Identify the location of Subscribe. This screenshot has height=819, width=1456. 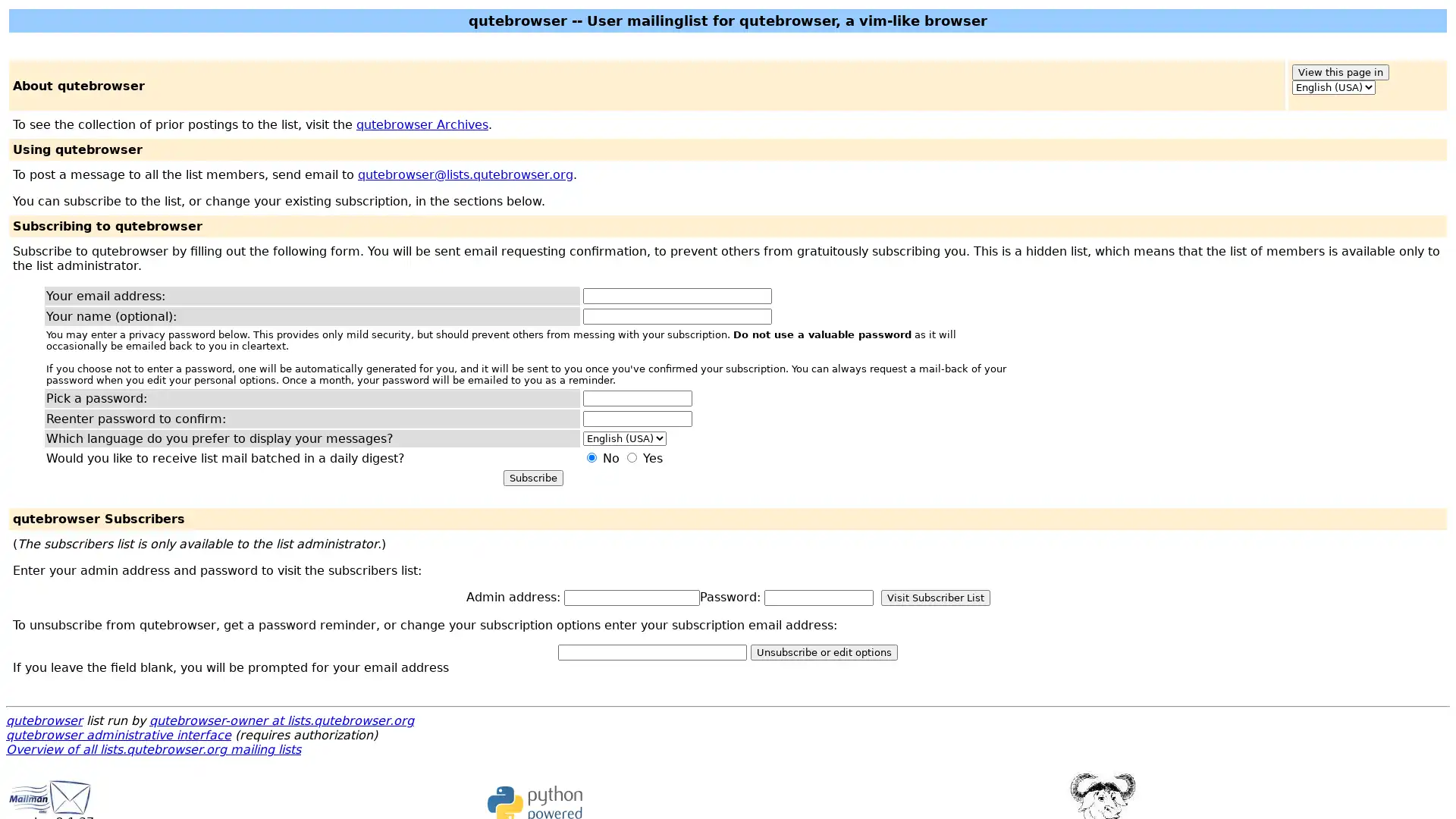
(532, 478).